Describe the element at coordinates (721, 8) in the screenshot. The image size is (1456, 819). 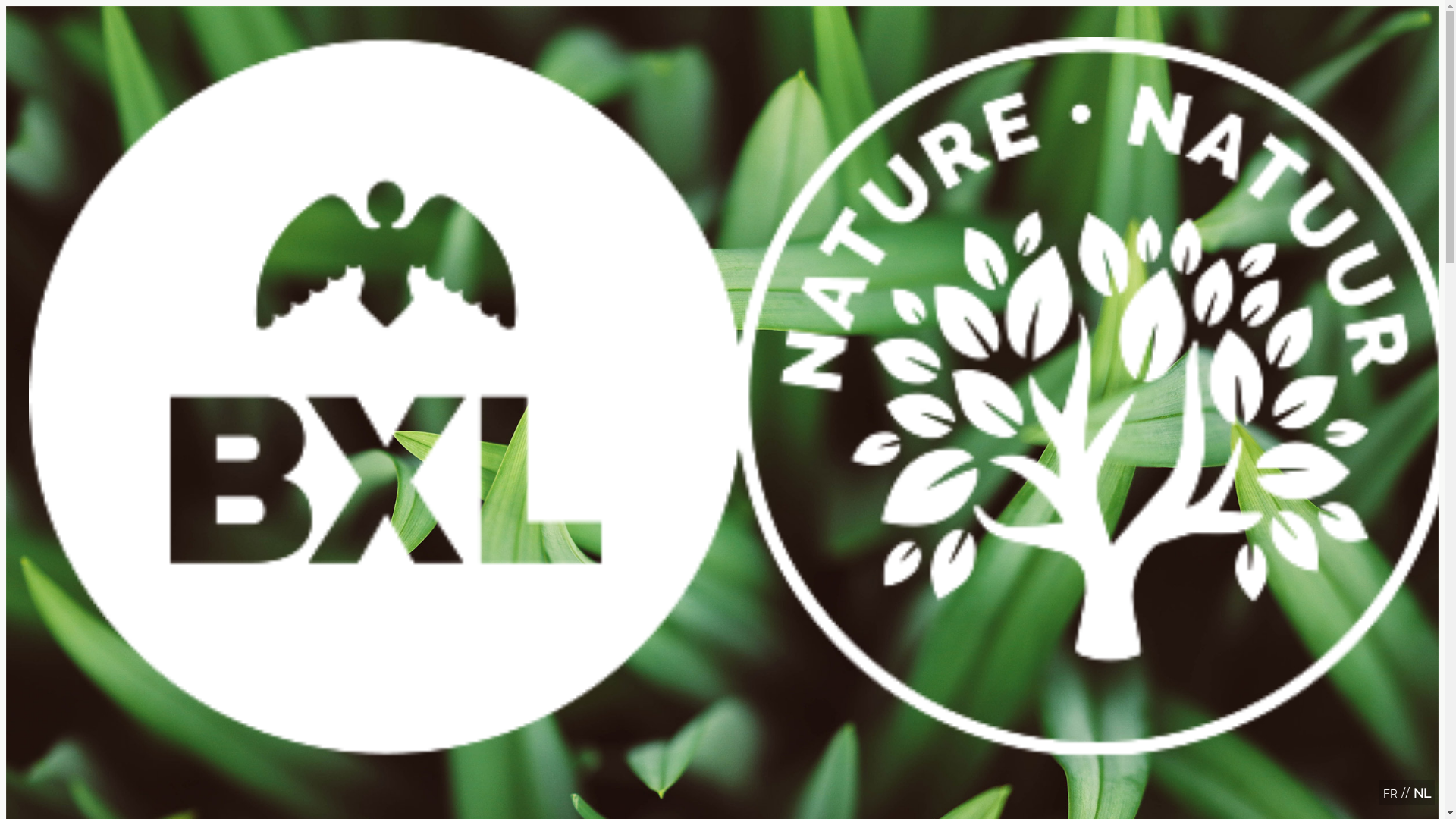
I see `'Overslaan en naar de inhoud gaan'` at that location.